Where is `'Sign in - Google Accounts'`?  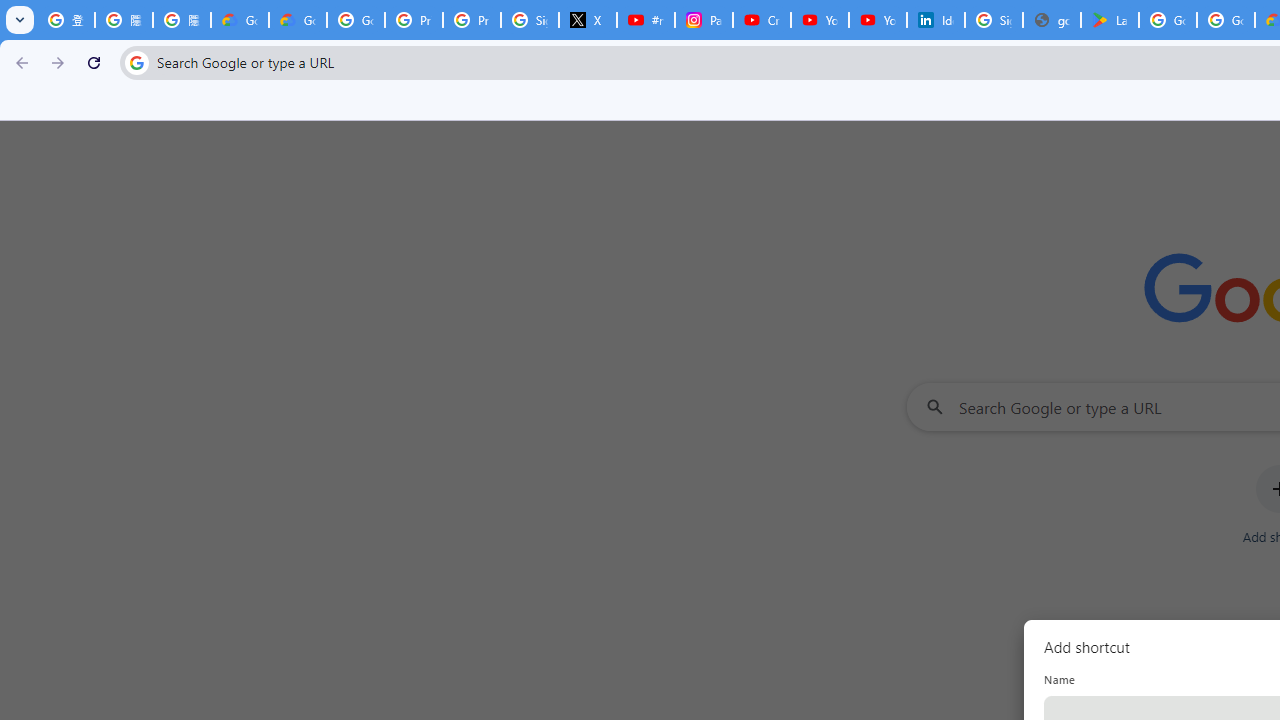 'Sign in - Google Accounts' is located at coordinates (993, 20).